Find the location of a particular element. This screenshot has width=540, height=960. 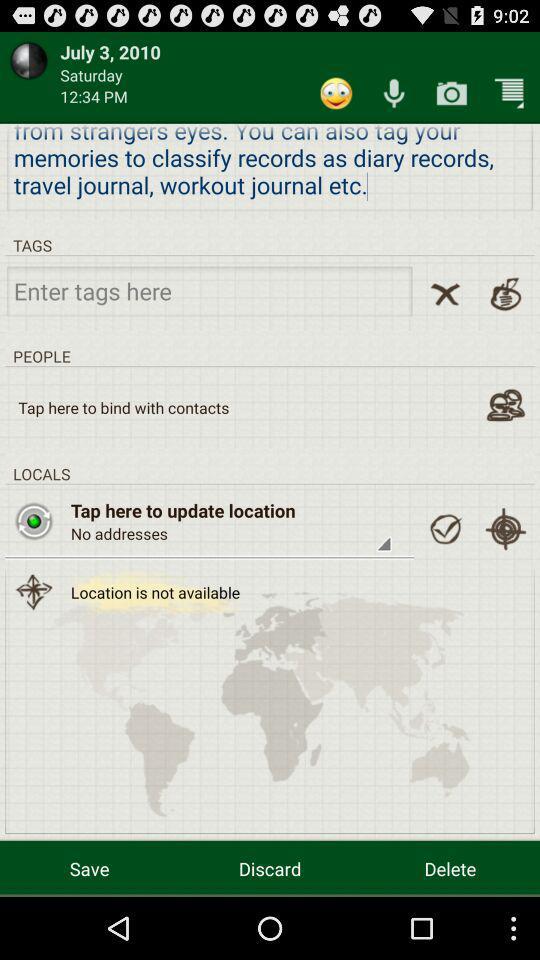

icon above the people app is located at coordinates (208, 289).